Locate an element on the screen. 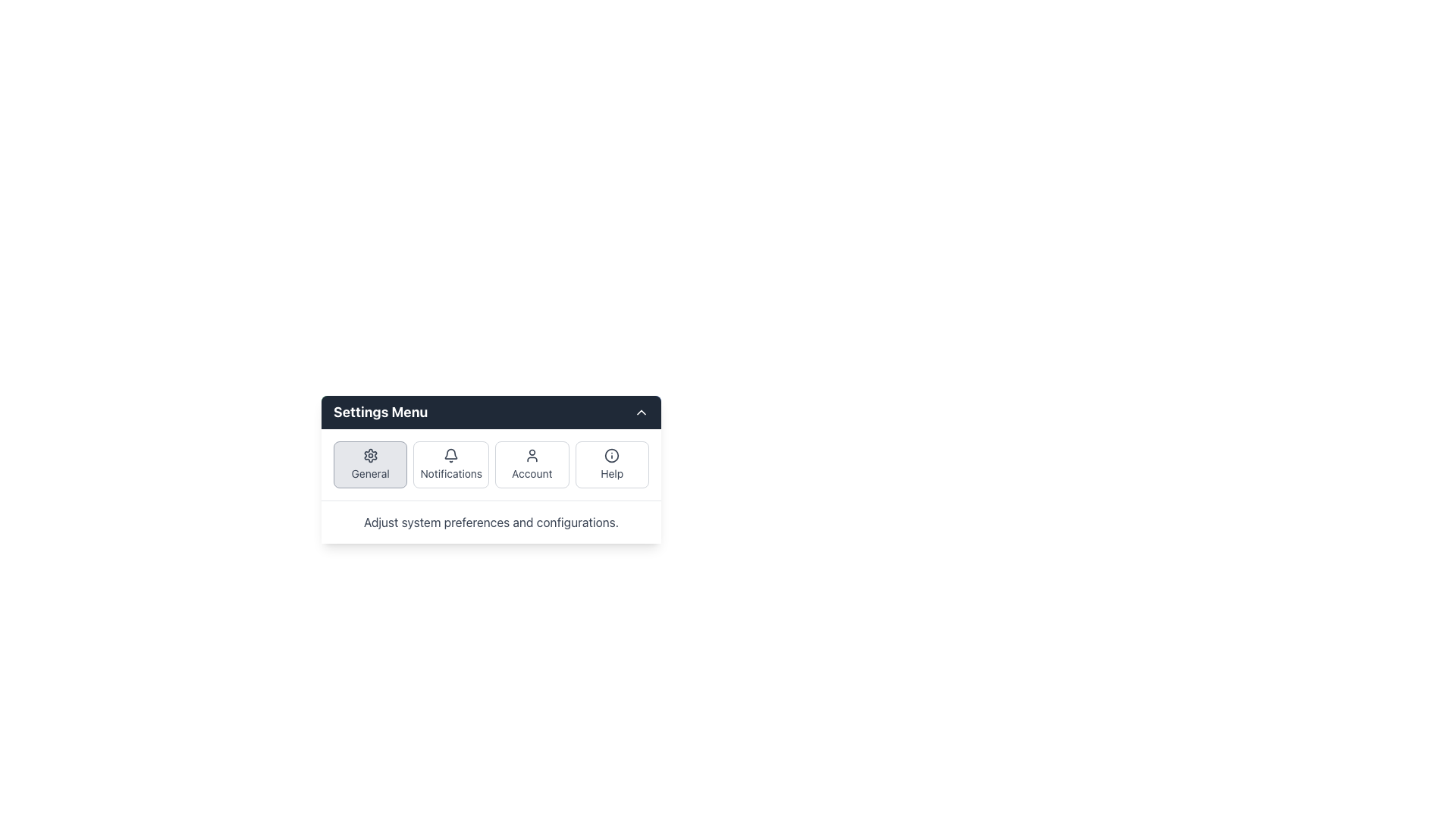 The width and height of the screenshot is (1456, 819). the bell-shaped notification icon located in the Notifications section of the Settings Menu, which is the second icon from the left and directly above the 'Notifications' label is located at coordinates (450, 453).